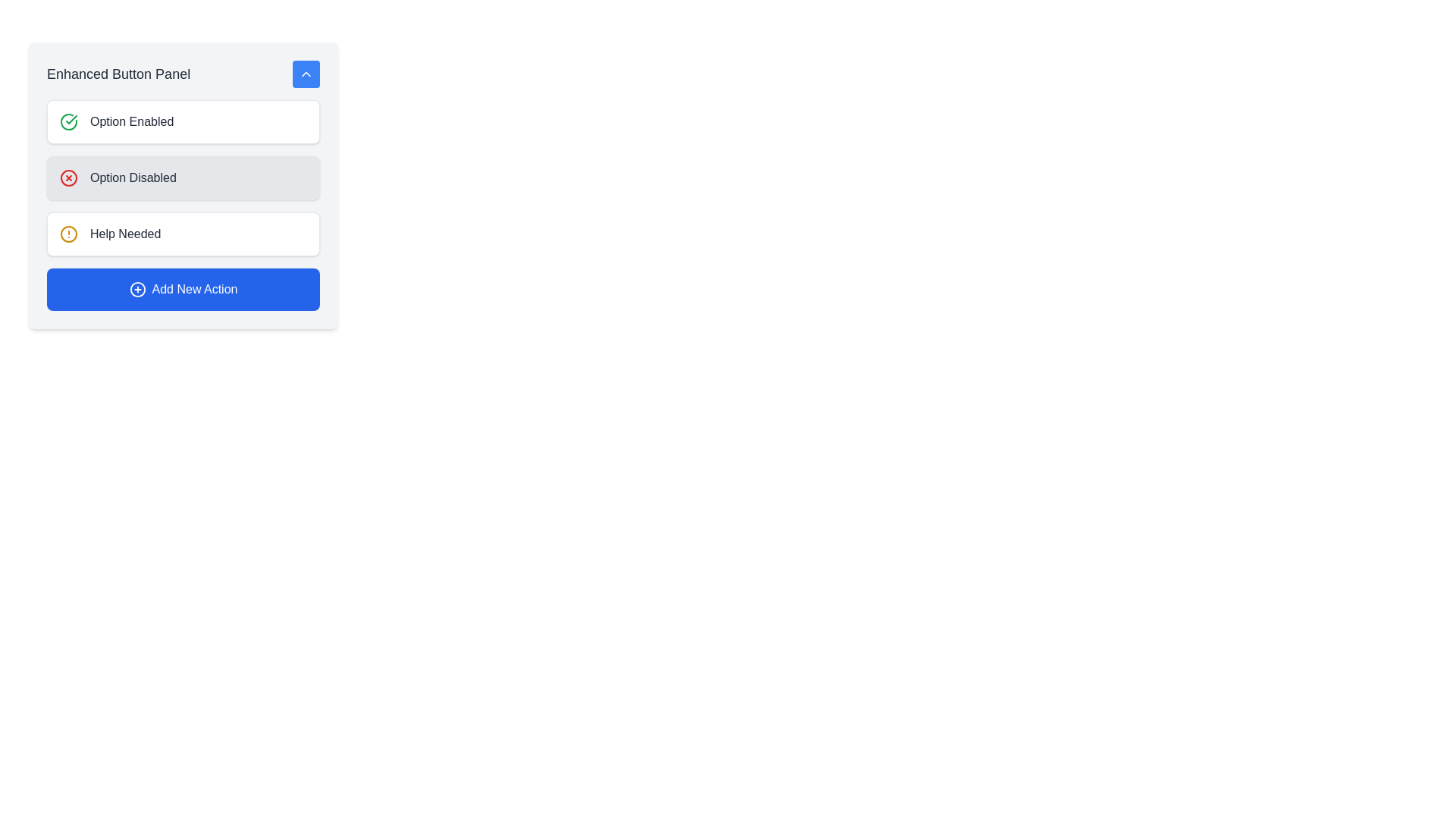 This screenshot has width=1456, height=819. I want to click on the yellow circular icon within the alert symbol located in the 'Help Needed' button area of the 'Enhanced Button Panel', so click(68, 234).